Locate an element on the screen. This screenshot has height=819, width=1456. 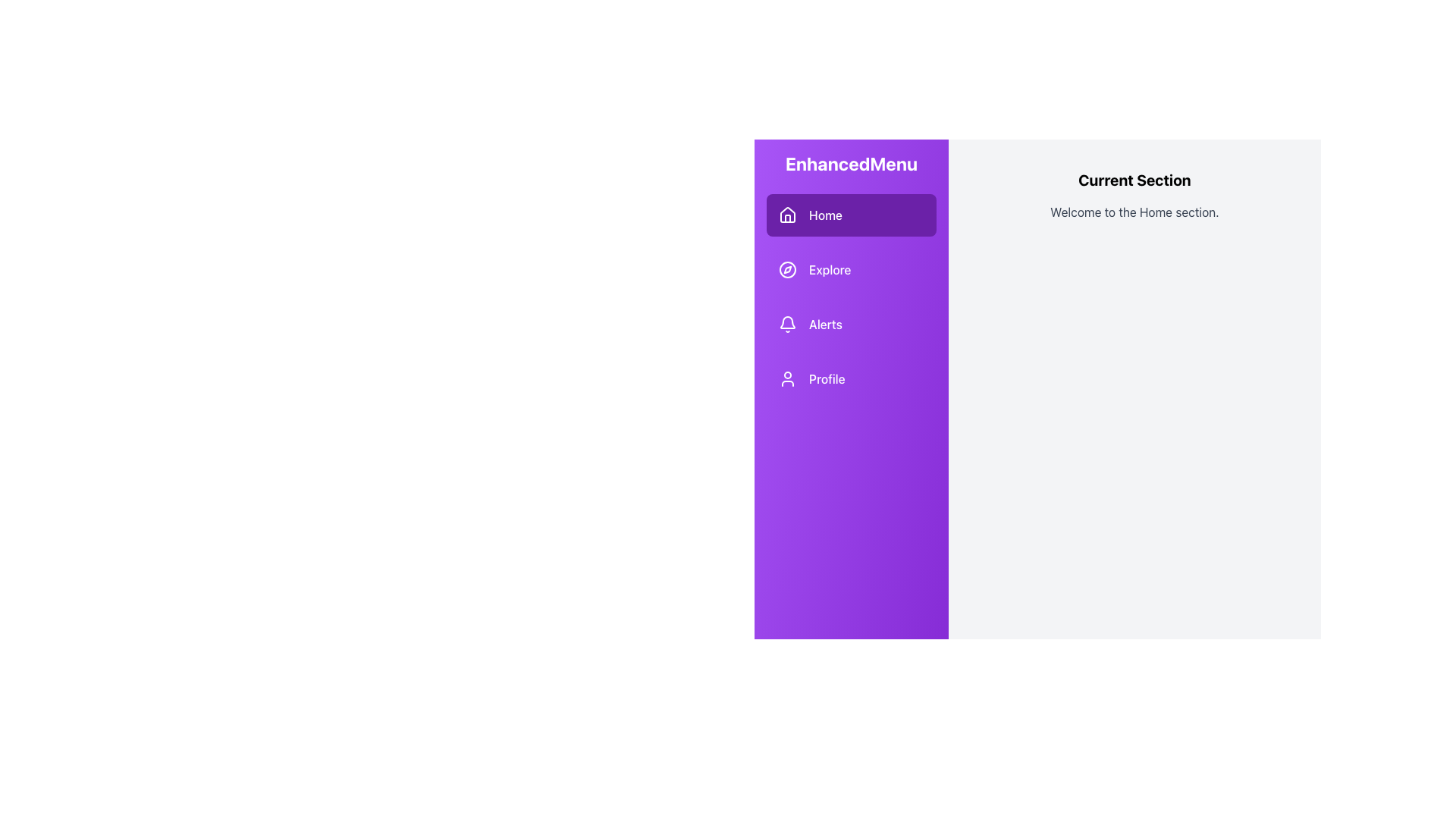
text label displaying 'Profile' in a medium-weight font, styled in white against a purple background, located in the vertical menu on the left side of the interface is located at coordinates (826, 378).